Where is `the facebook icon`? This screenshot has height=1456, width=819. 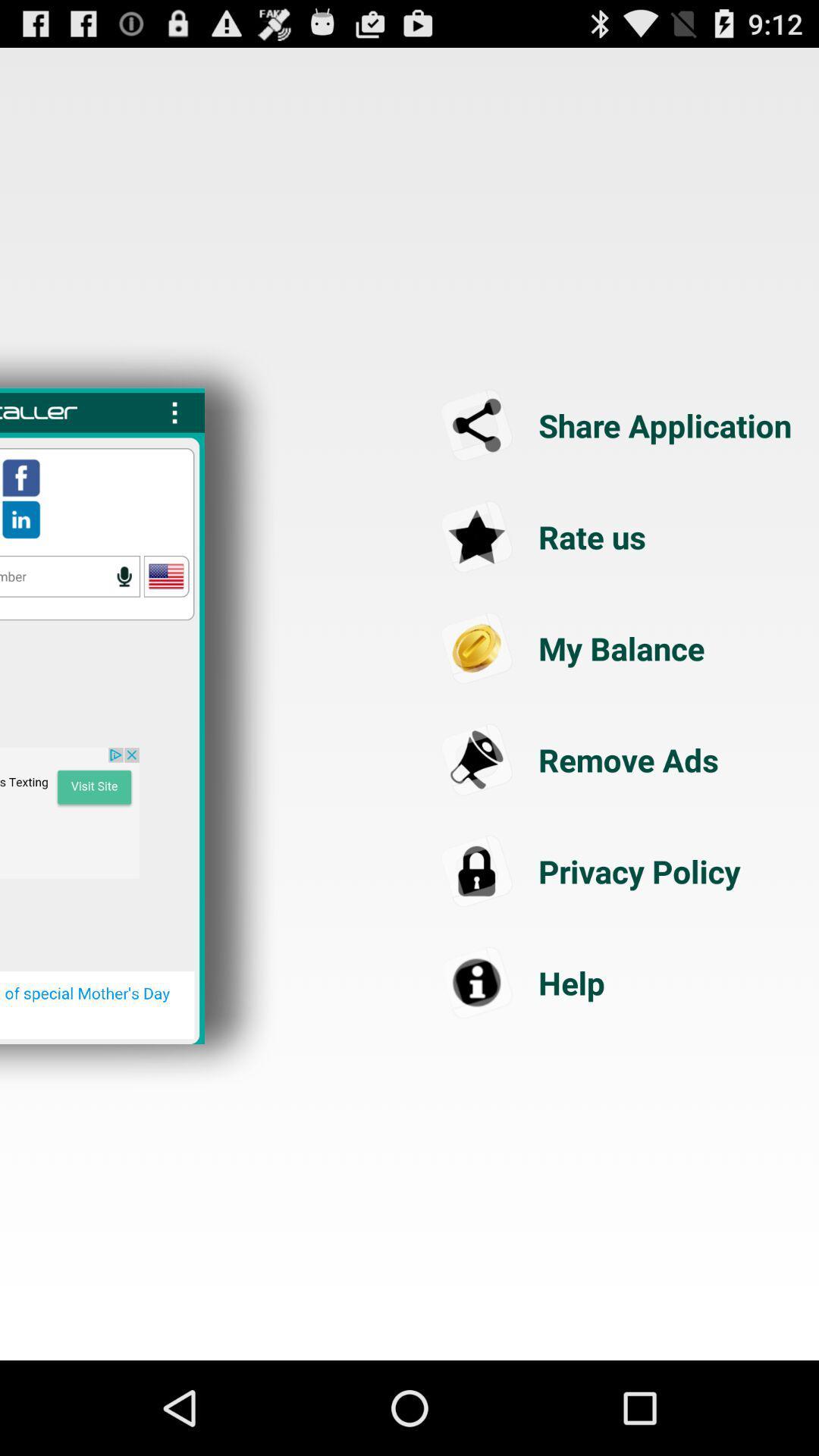 the facebook icon is located at coordinates (21, 512).